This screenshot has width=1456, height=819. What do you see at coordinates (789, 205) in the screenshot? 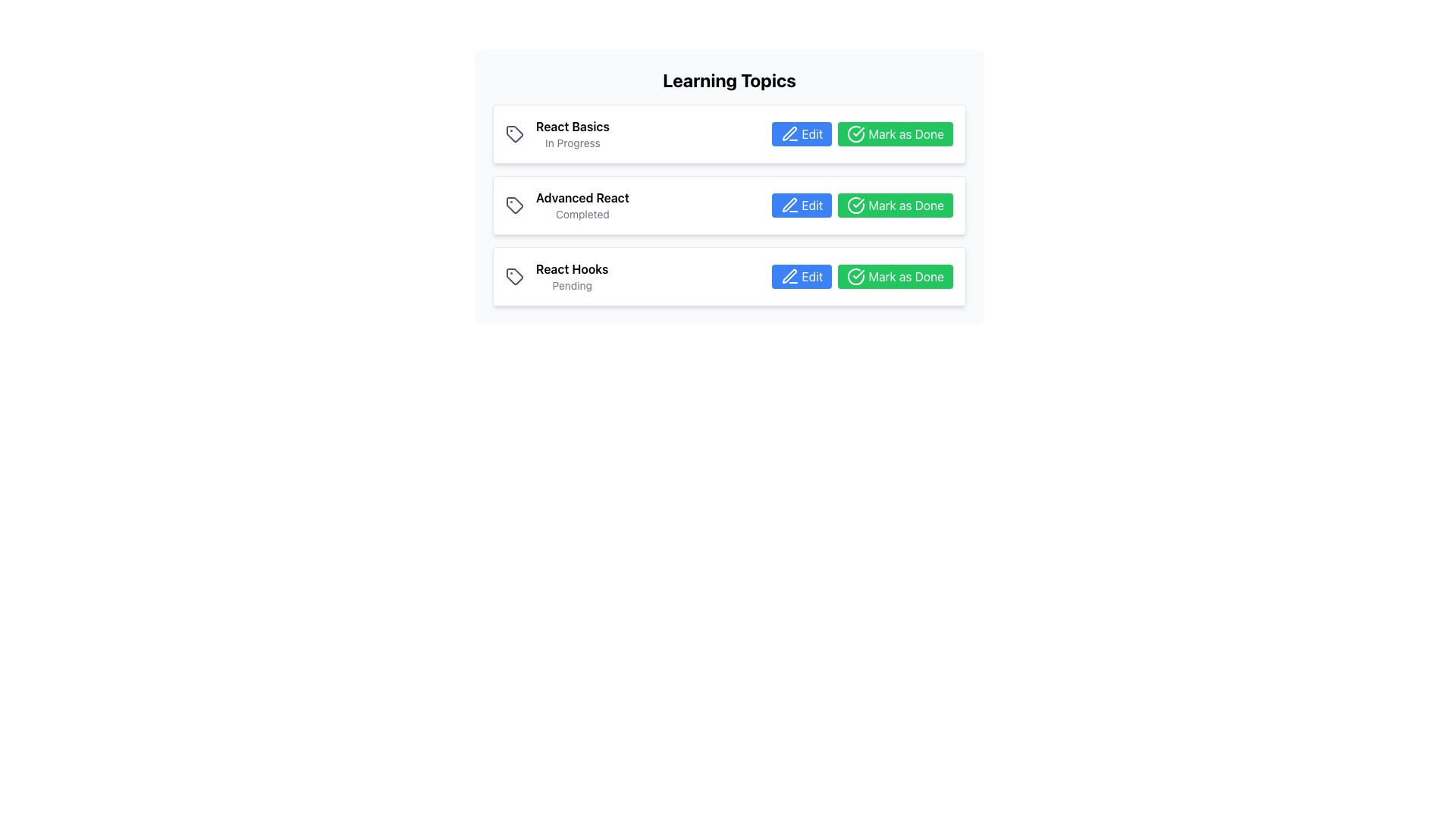
I see `the edit icon on the blue 'Edit' button located to the right of the 'Advanced React' row in the list of learning topics to initiate the edit action` at bounding box center [789, 205].